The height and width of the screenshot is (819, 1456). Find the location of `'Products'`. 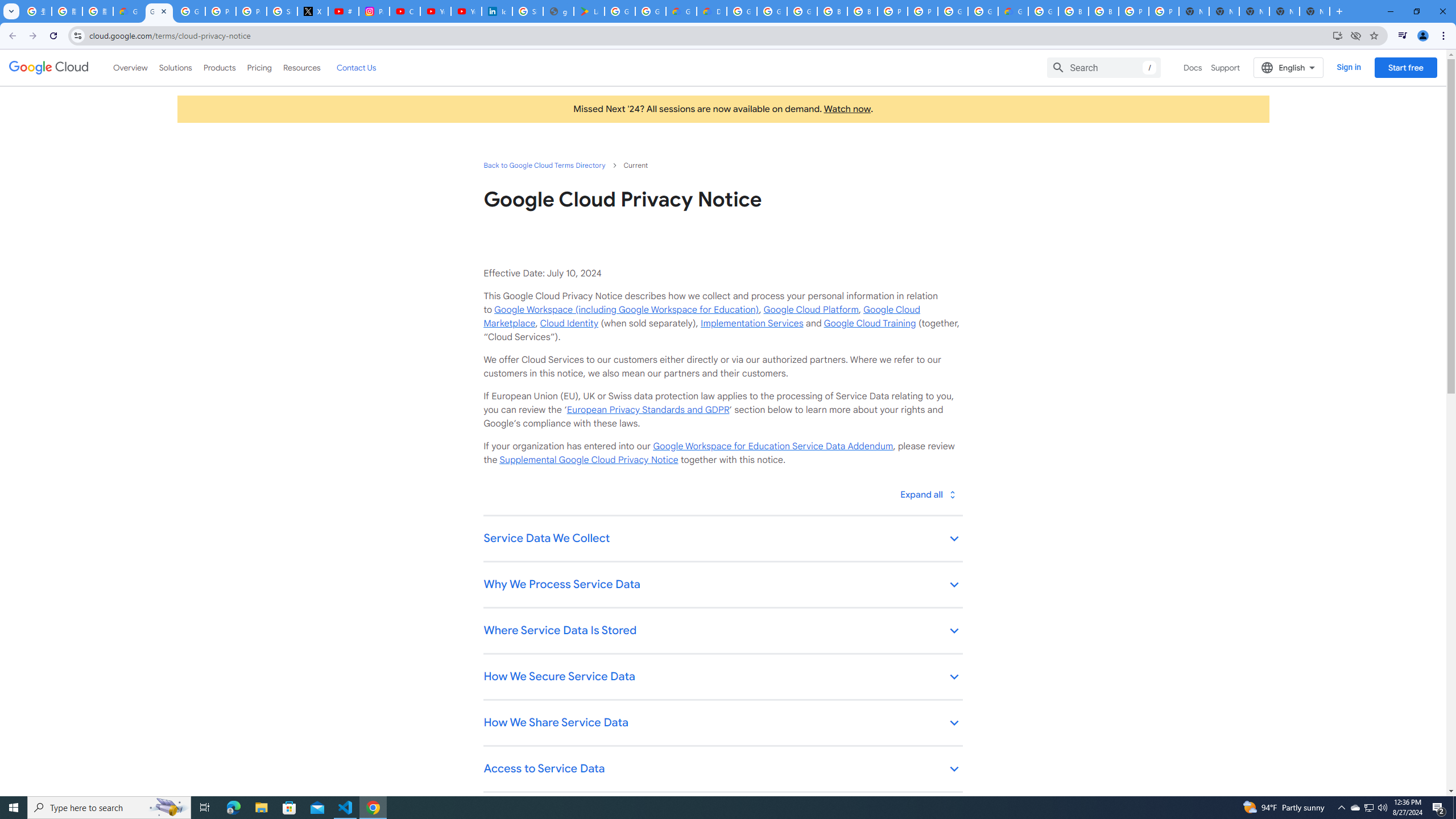

'Products' is located at coordinates (218, 67).